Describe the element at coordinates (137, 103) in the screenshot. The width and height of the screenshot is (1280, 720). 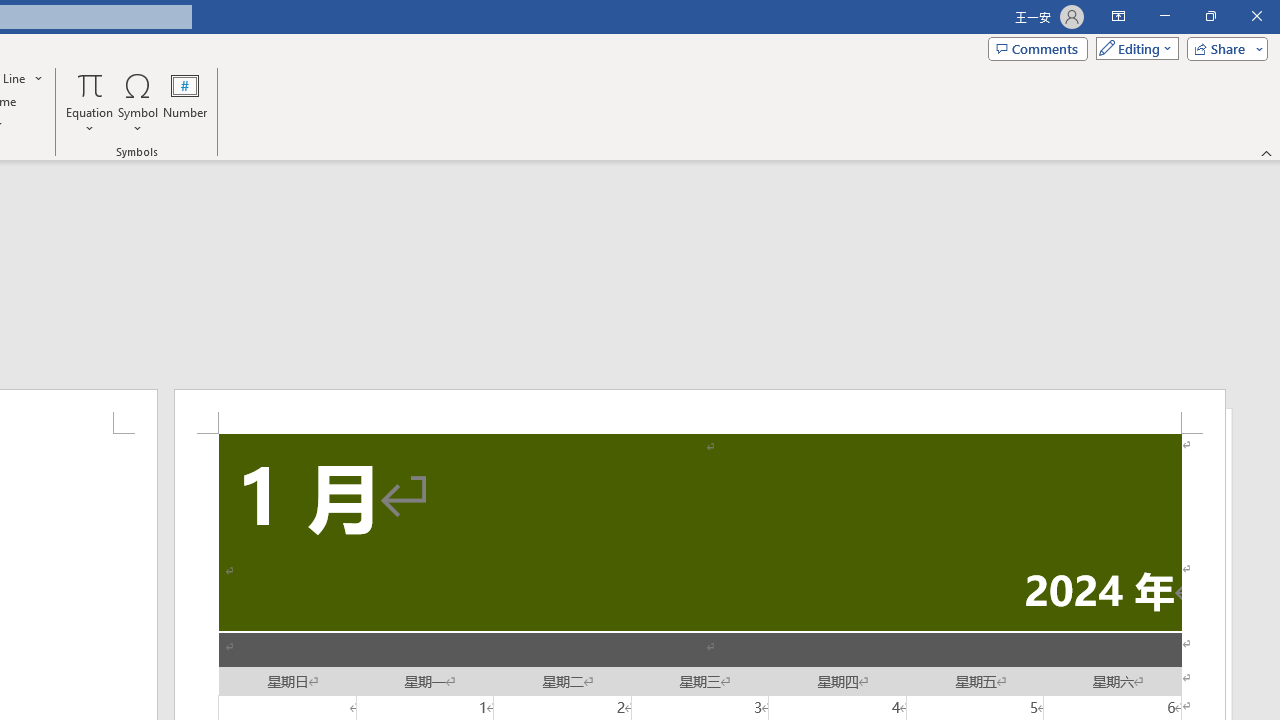
I see `'Symbol'` at that location.